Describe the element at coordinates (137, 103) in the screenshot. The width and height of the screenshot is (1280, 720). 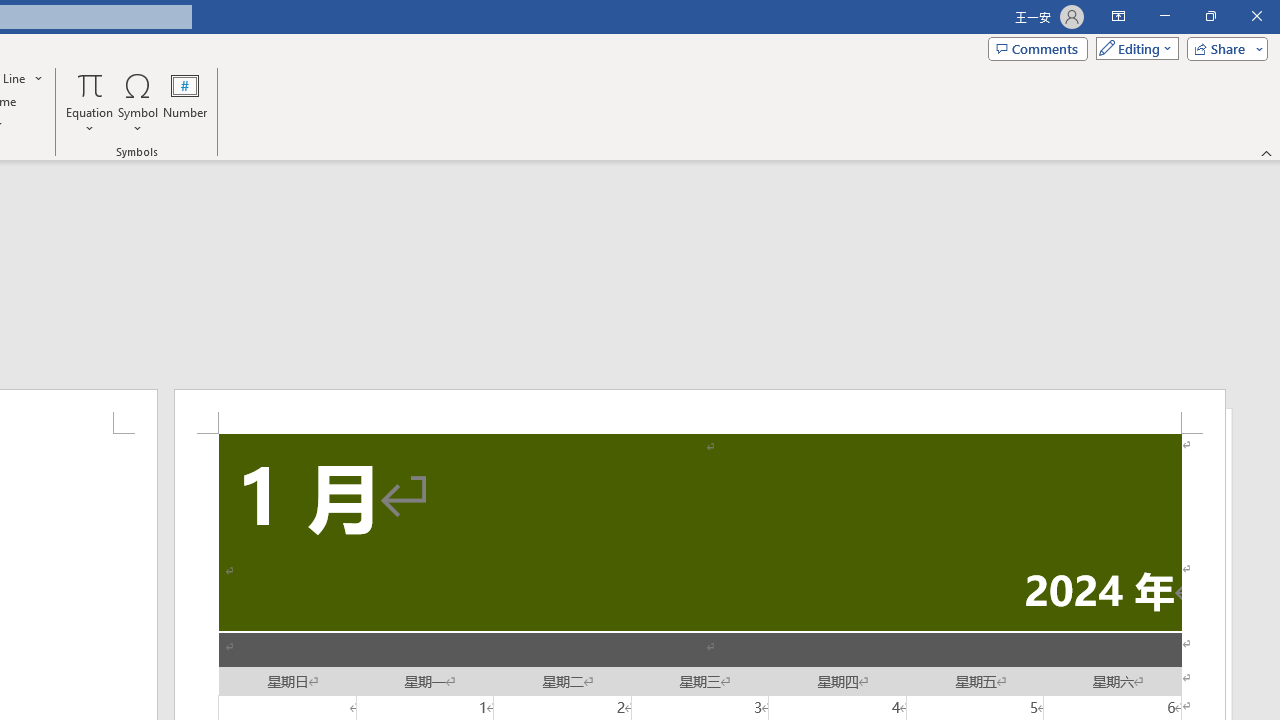
I see `'Symbol'` at that location.